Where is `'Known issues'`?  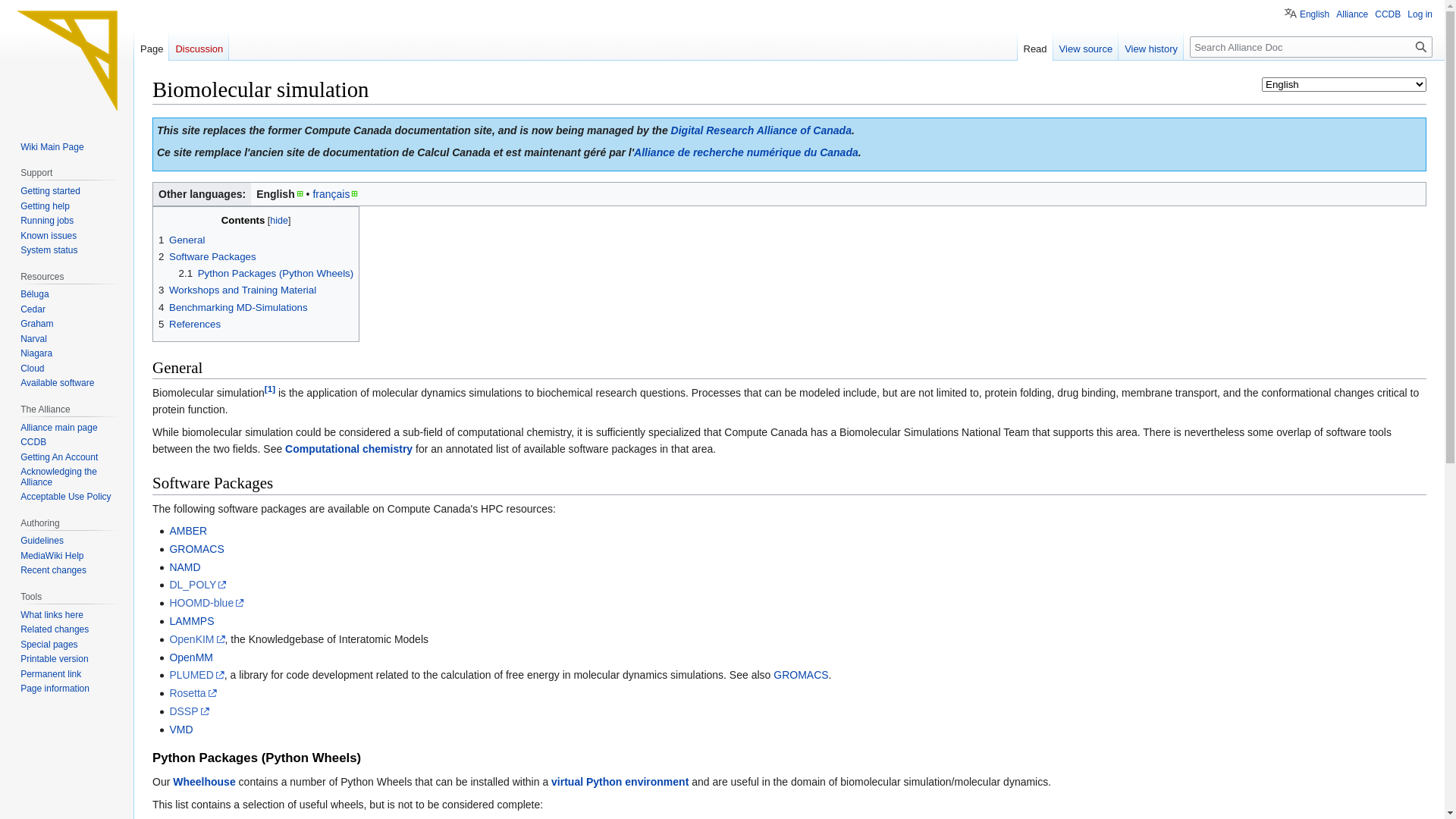 'Known issues' is located at coordinates (48, 236).